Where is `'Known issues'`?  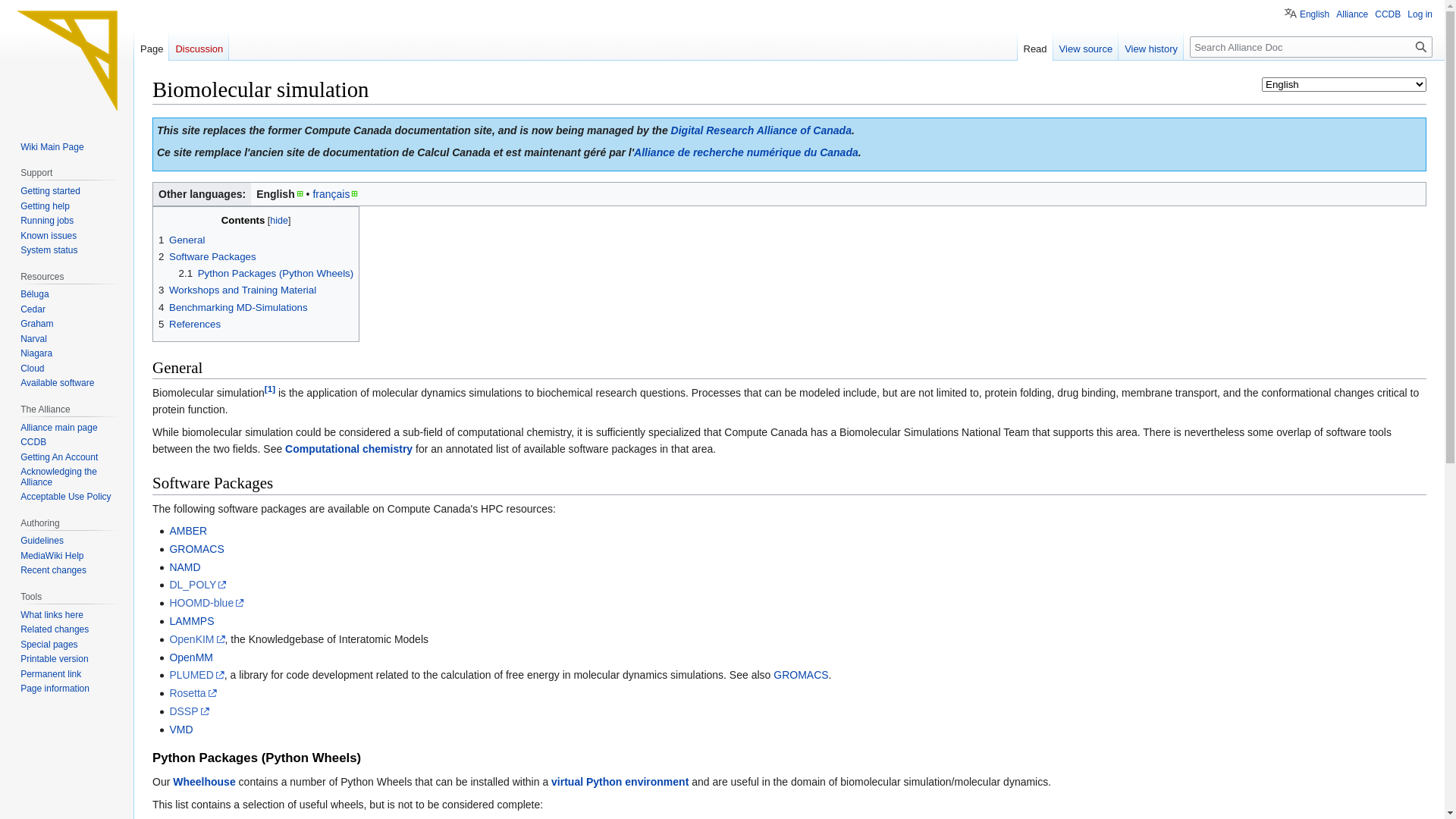 'Known issues' is located at coordinates (48, 236).